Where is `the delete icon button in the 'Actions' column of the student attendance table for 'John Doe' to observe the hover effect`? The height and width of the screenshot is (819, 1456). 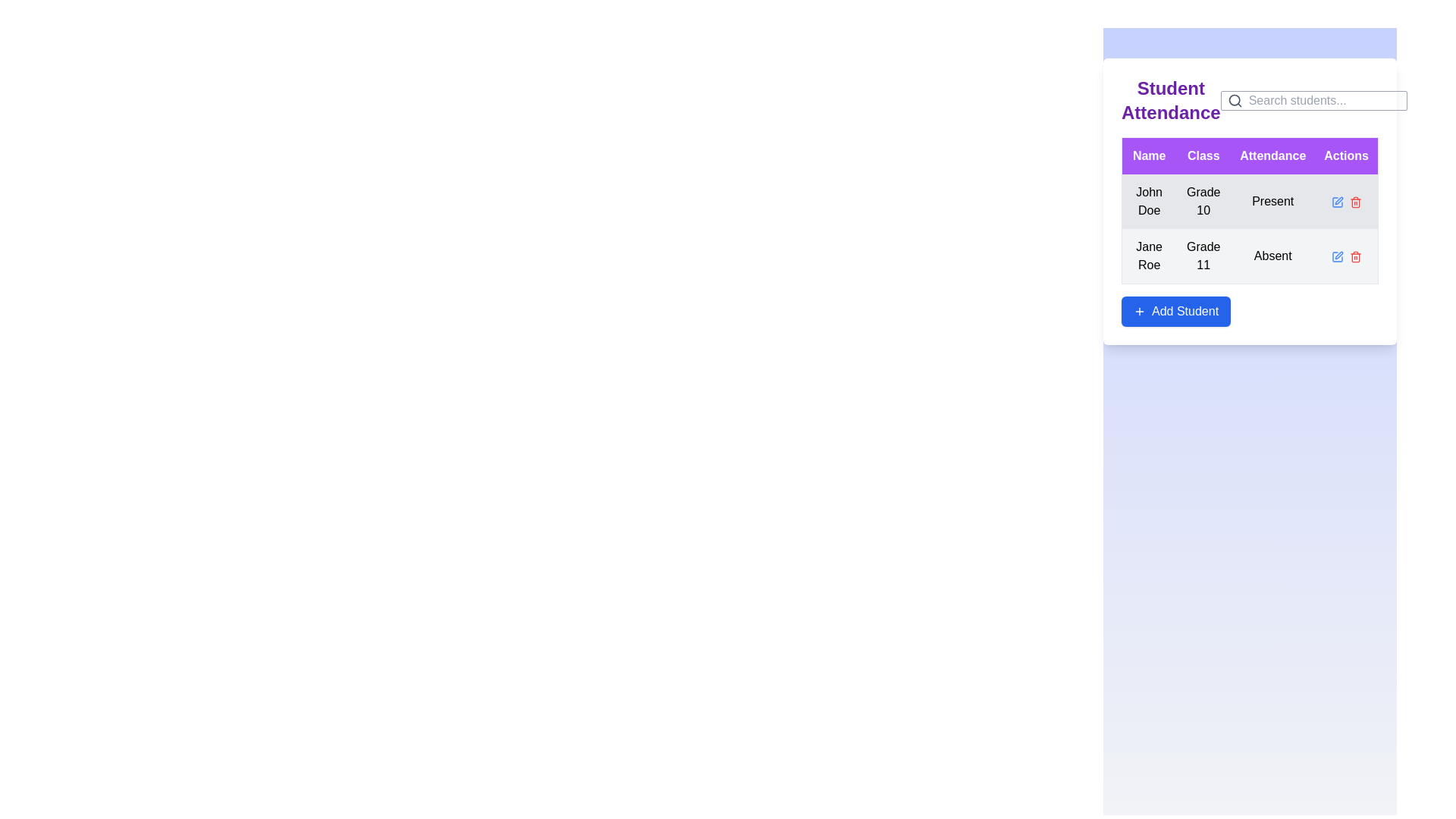
the delete icon button in the 'Actions' column of the student attendance table for 'John Doe' to observe the hover effect is located at coordinates (1355, 201).